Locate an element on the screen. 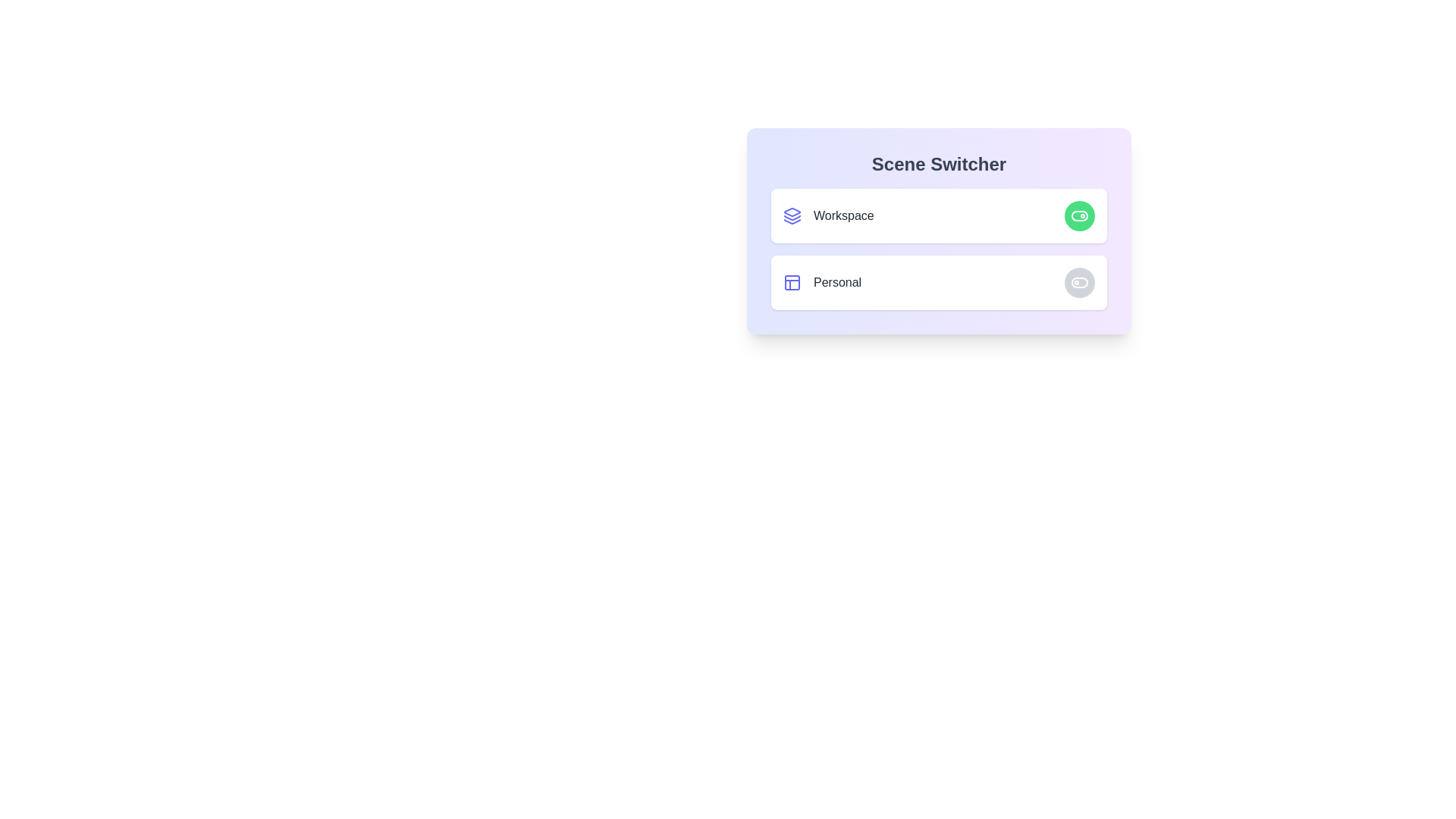 Image resolution: width=1456 pixels, height=819 pixels. the green circular toggle button with a white eye icon located to the right of the 'Workspace' label is located at coordinates (1079, 216).